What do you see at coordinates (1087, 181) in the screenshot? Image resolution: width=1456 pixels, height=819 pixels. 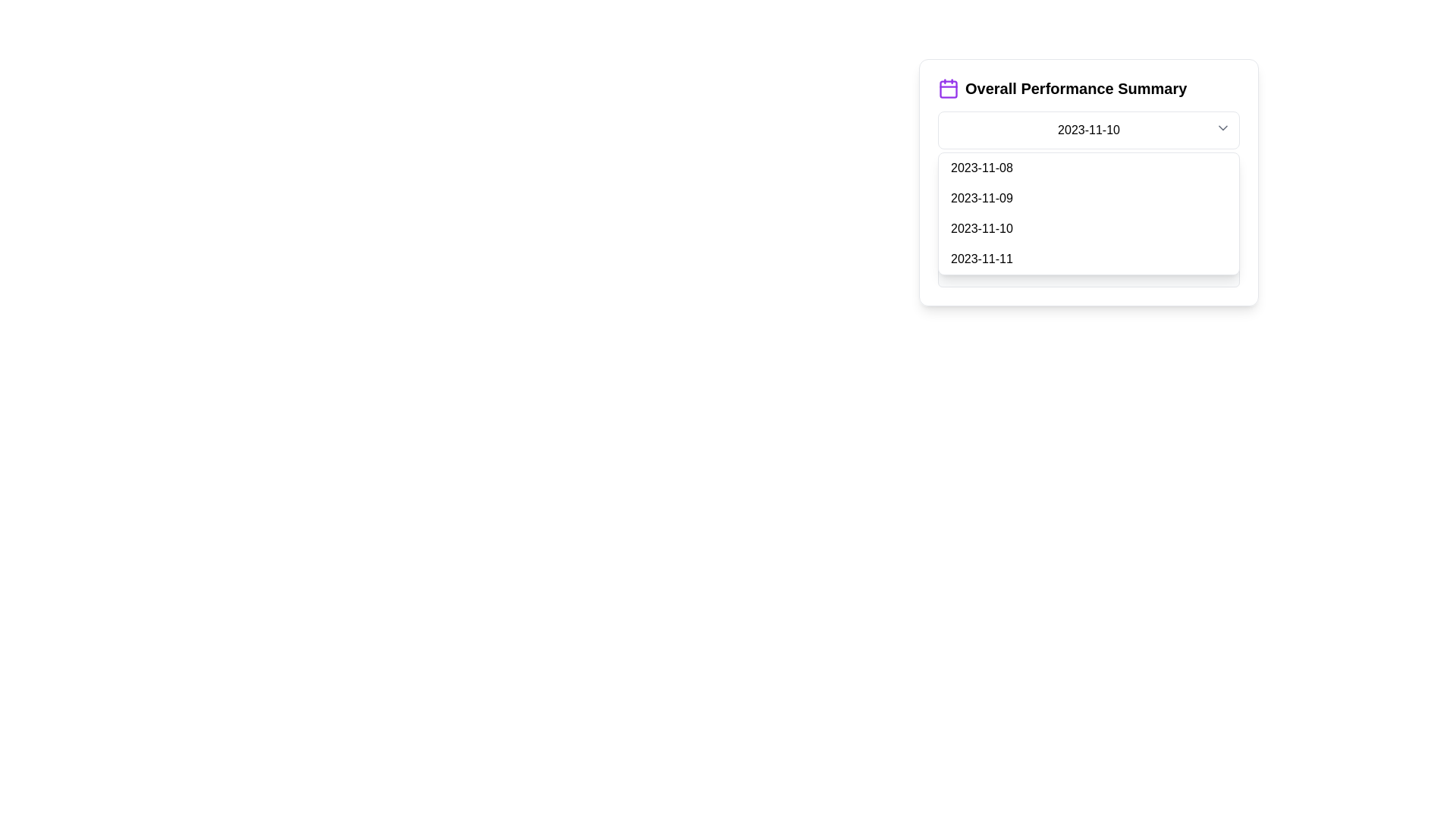 I see `the dropdown menu item` at bounding box center [1087, 181].